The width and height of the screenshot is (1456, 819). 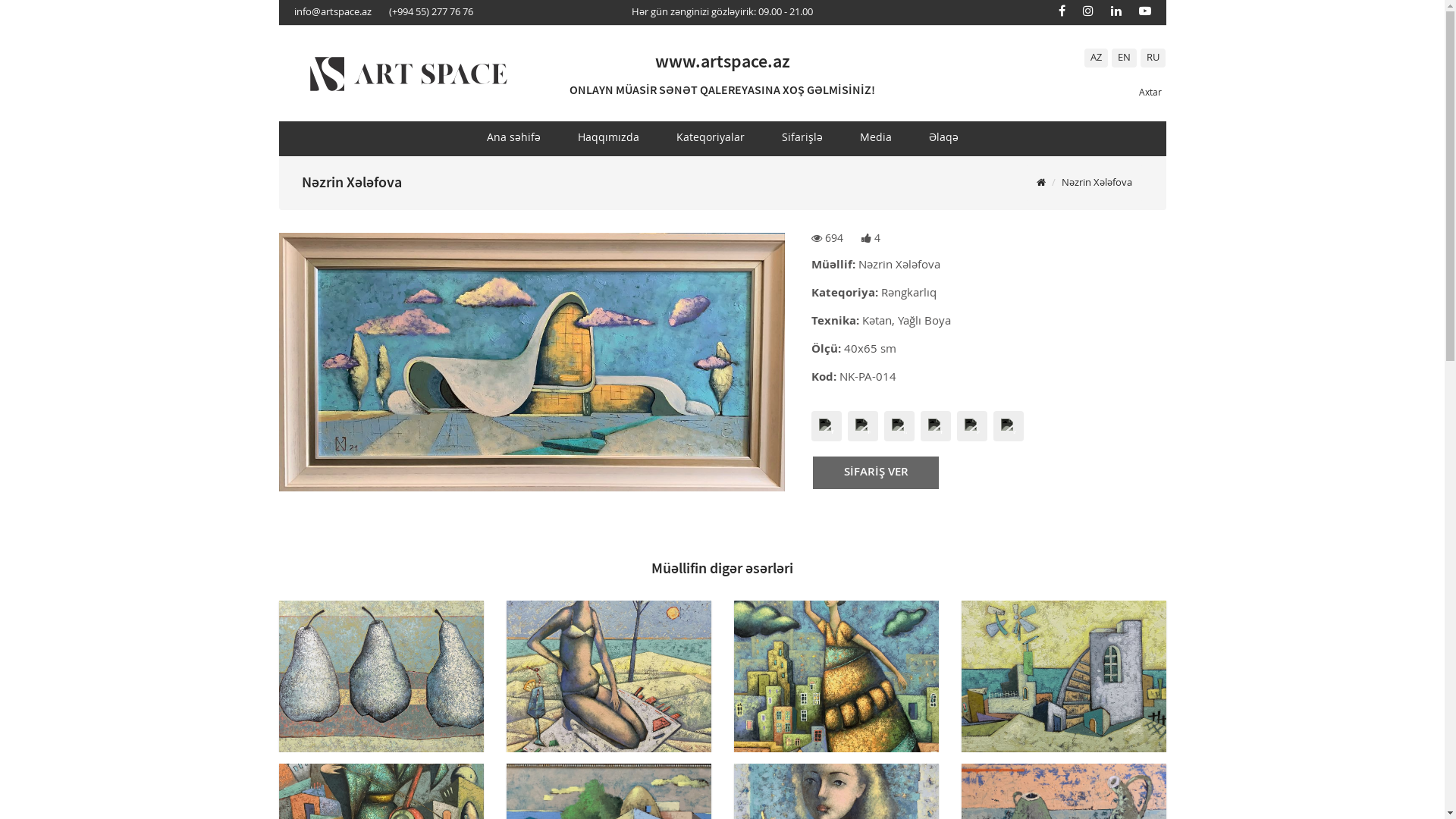 What do you see at coordinates (1145, 11) in the screenshot?
I see `'Youtube'` at bounding box center [1145, 11].